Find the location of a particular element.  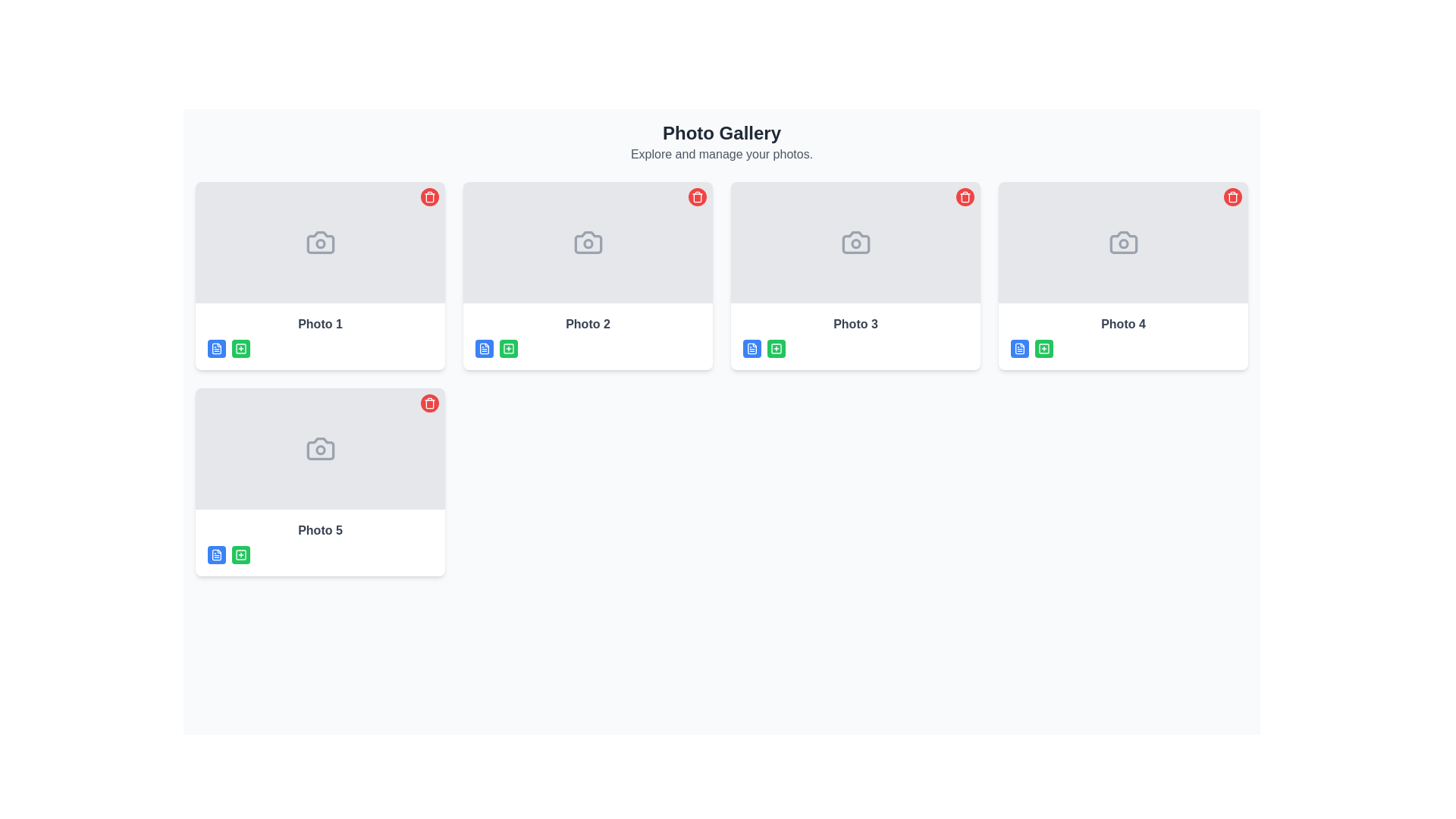

the image placeholder for 'Photo 1' located in the first row of the photo gallery grid is located at coordinates (319, 242).